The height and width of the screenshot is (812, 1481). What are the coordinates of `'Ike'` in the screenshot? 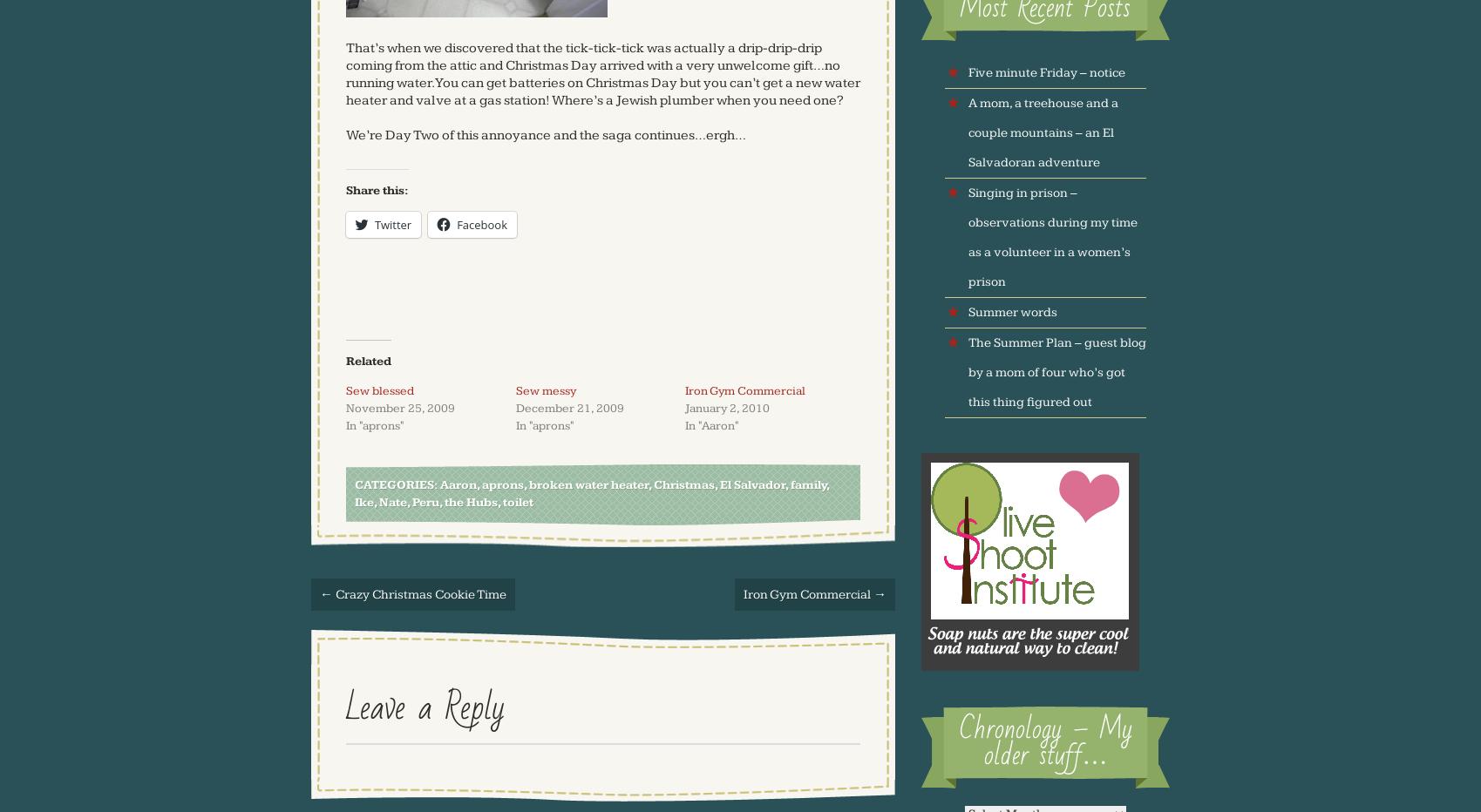 It's located at (363, 501).